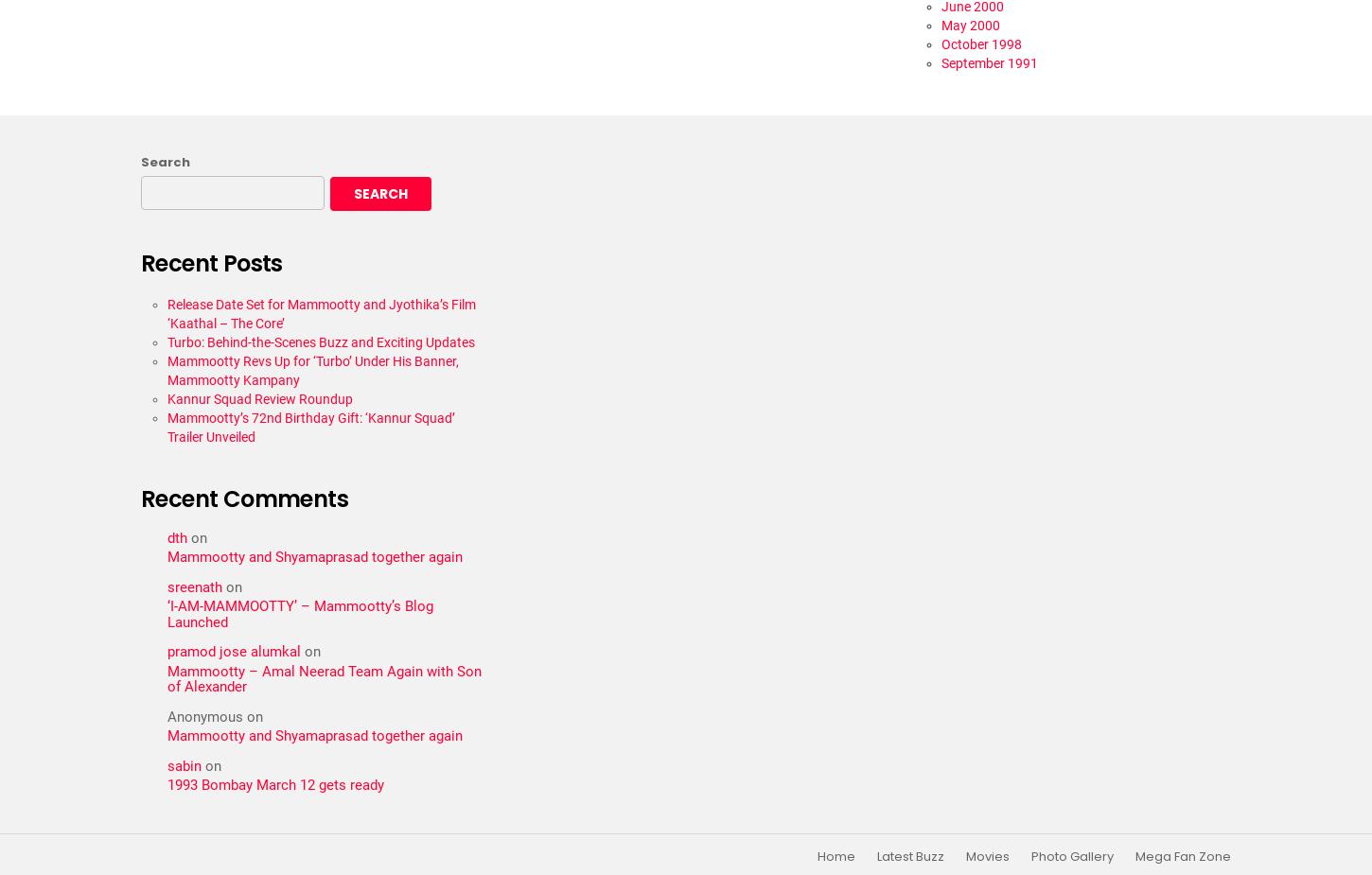 Image resolution: width=1372 pixels, height=875 pixels. What do you see at coordinates (325, 678) in the screenshot?
I see `'Mammootty – Amal Neerad Team Again with Son of Alexander'` at bounding box center [325, 678].